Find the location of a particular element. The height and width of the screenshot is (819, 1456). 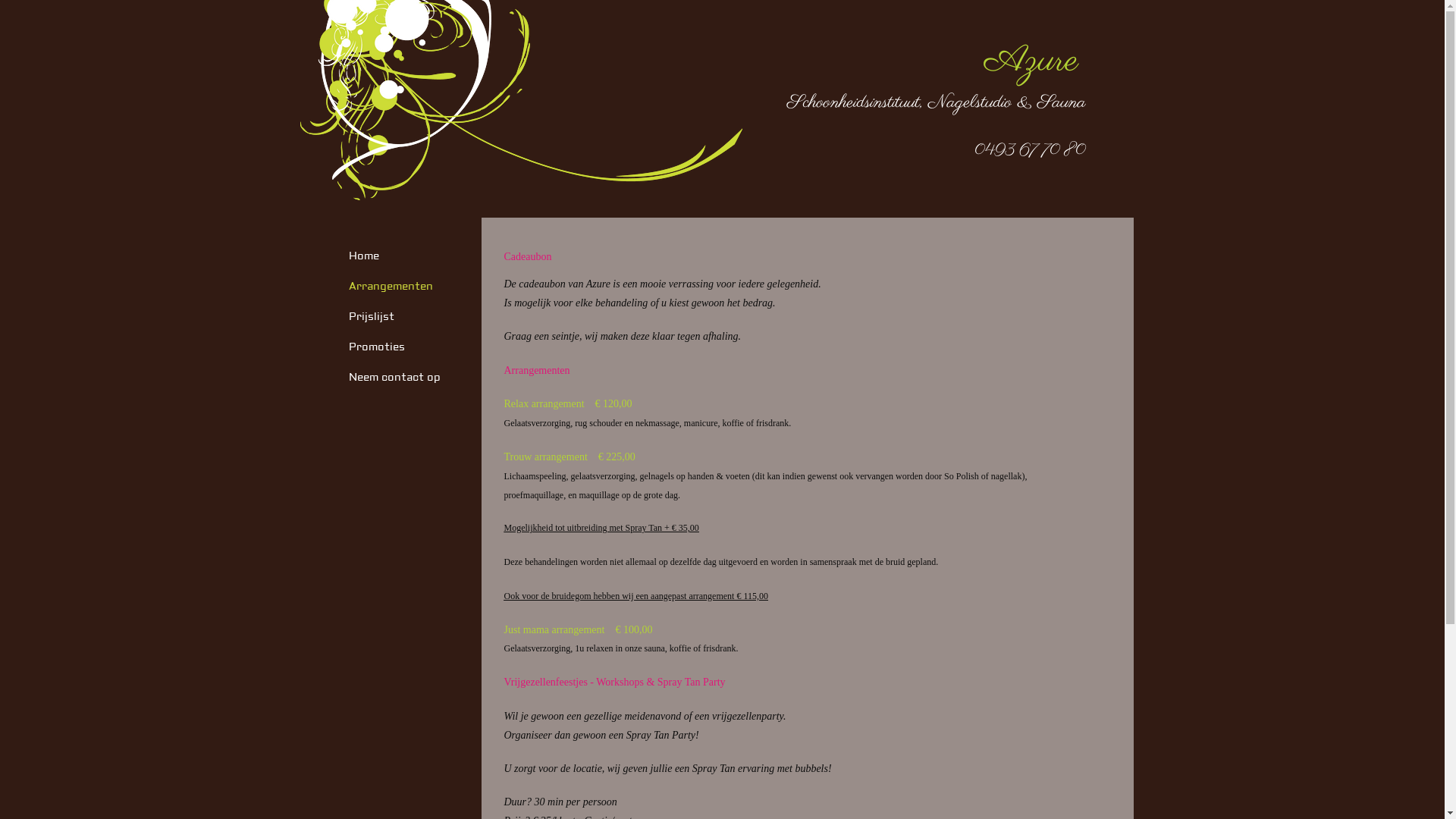

'Arrangementen' is located at coordinates (391, 287).